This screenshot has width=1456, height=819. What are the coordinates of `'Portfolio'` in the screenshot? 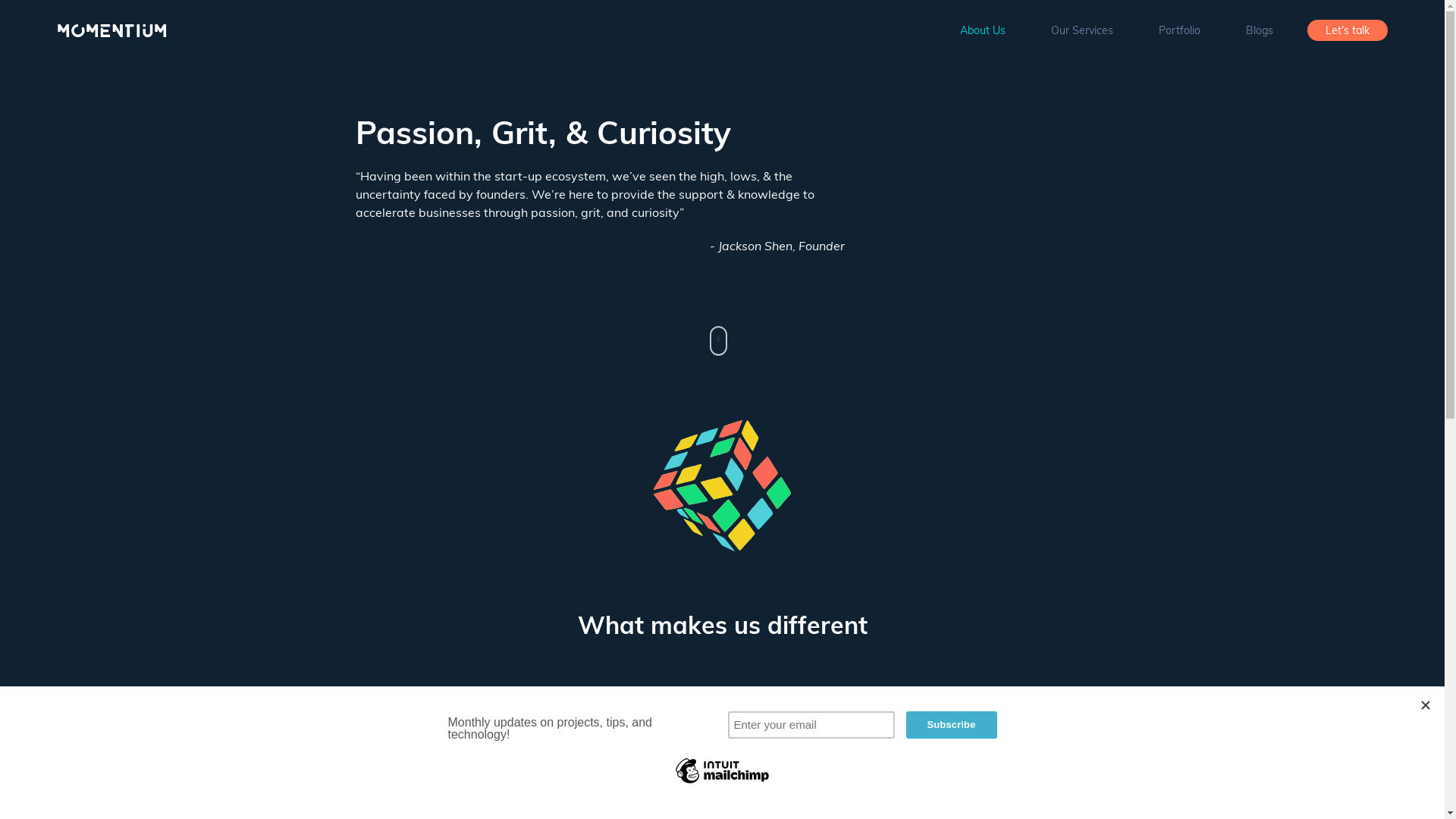 It's located at (1178, 30).